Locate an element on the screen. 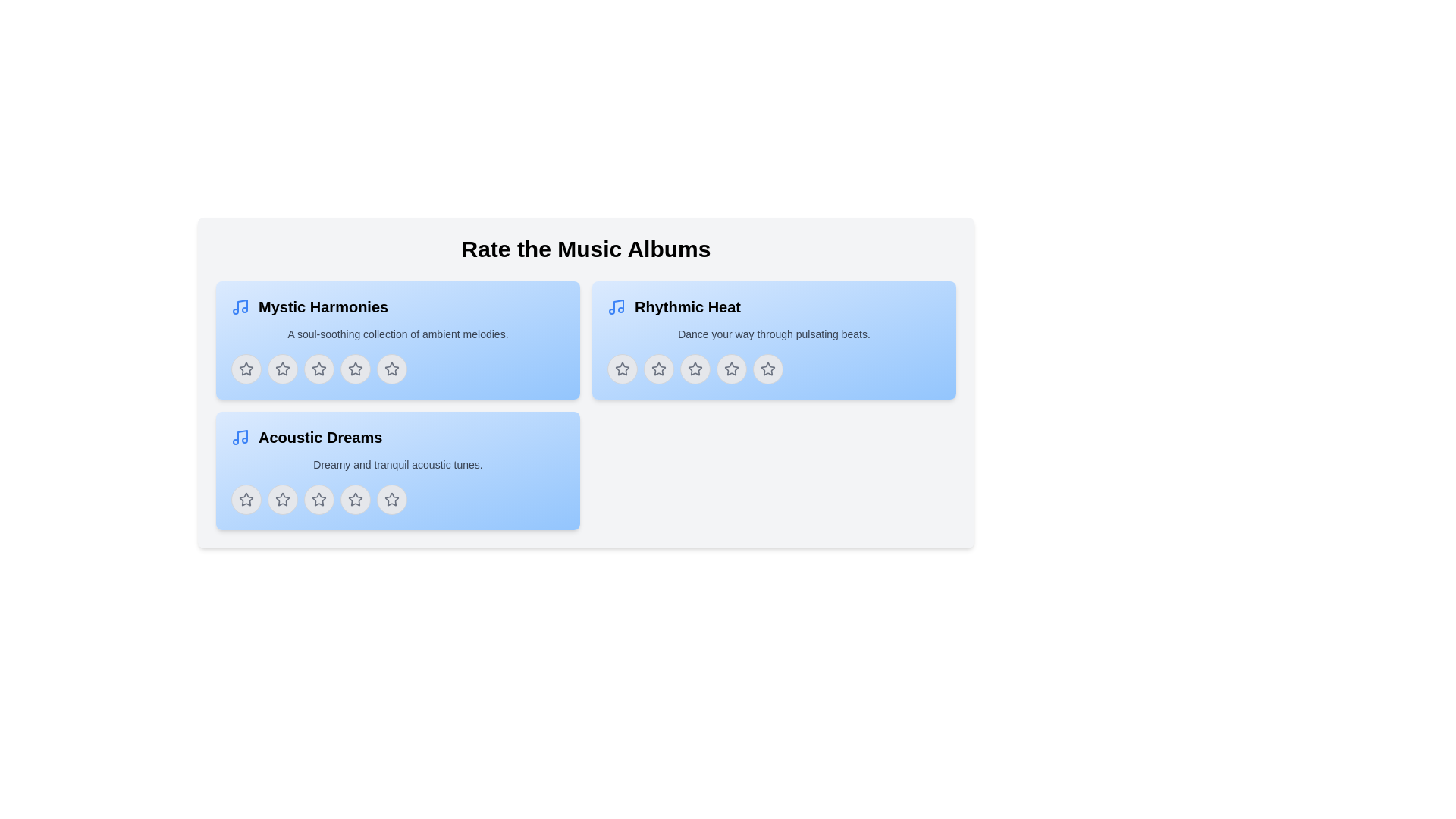  the third star is located at coordinates (318, 499).